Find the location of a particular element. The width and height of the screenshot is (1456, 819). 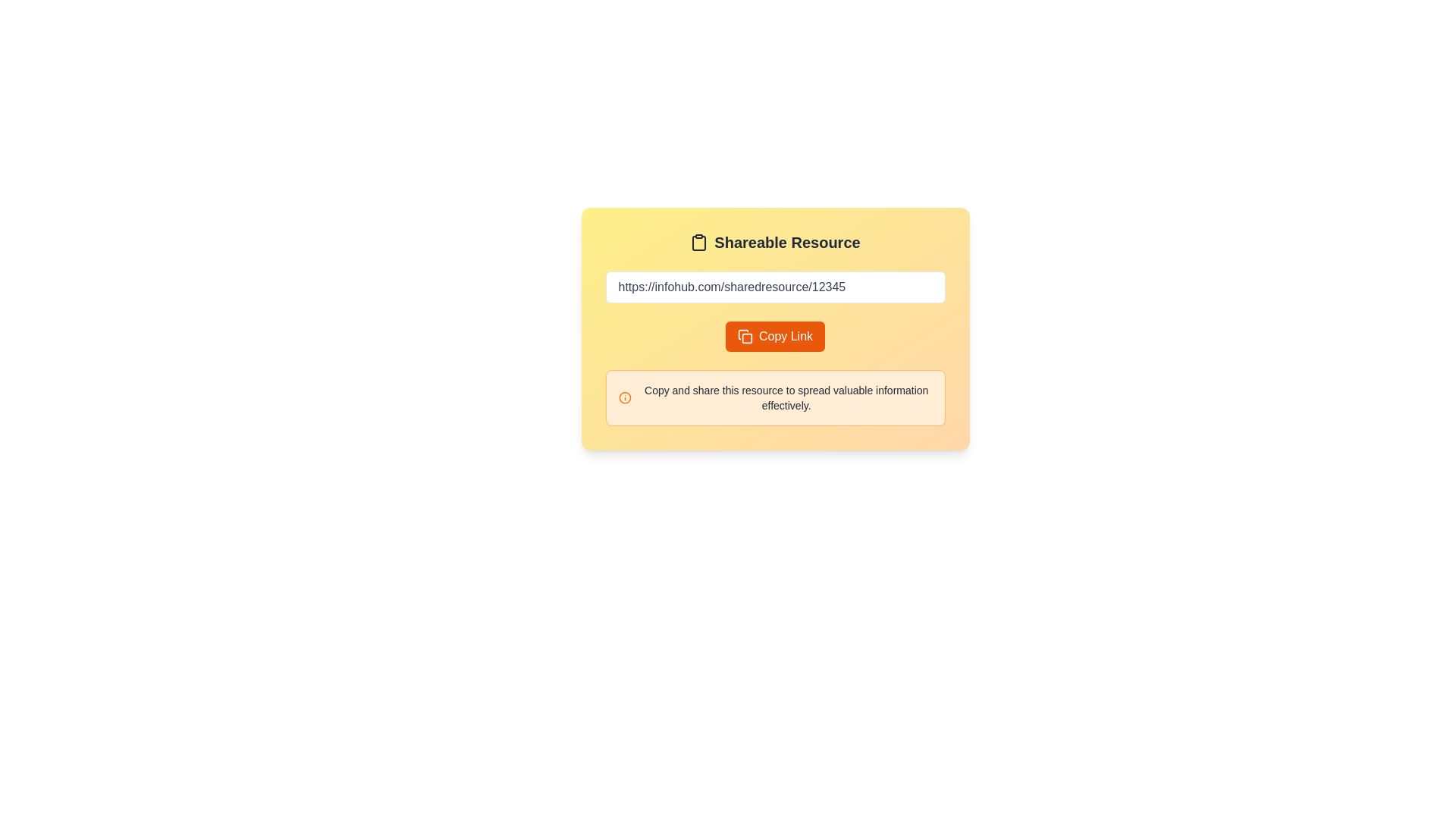

the solid orange rectangular button labeled 'Copy Link' is located at coordinates (775, 328).